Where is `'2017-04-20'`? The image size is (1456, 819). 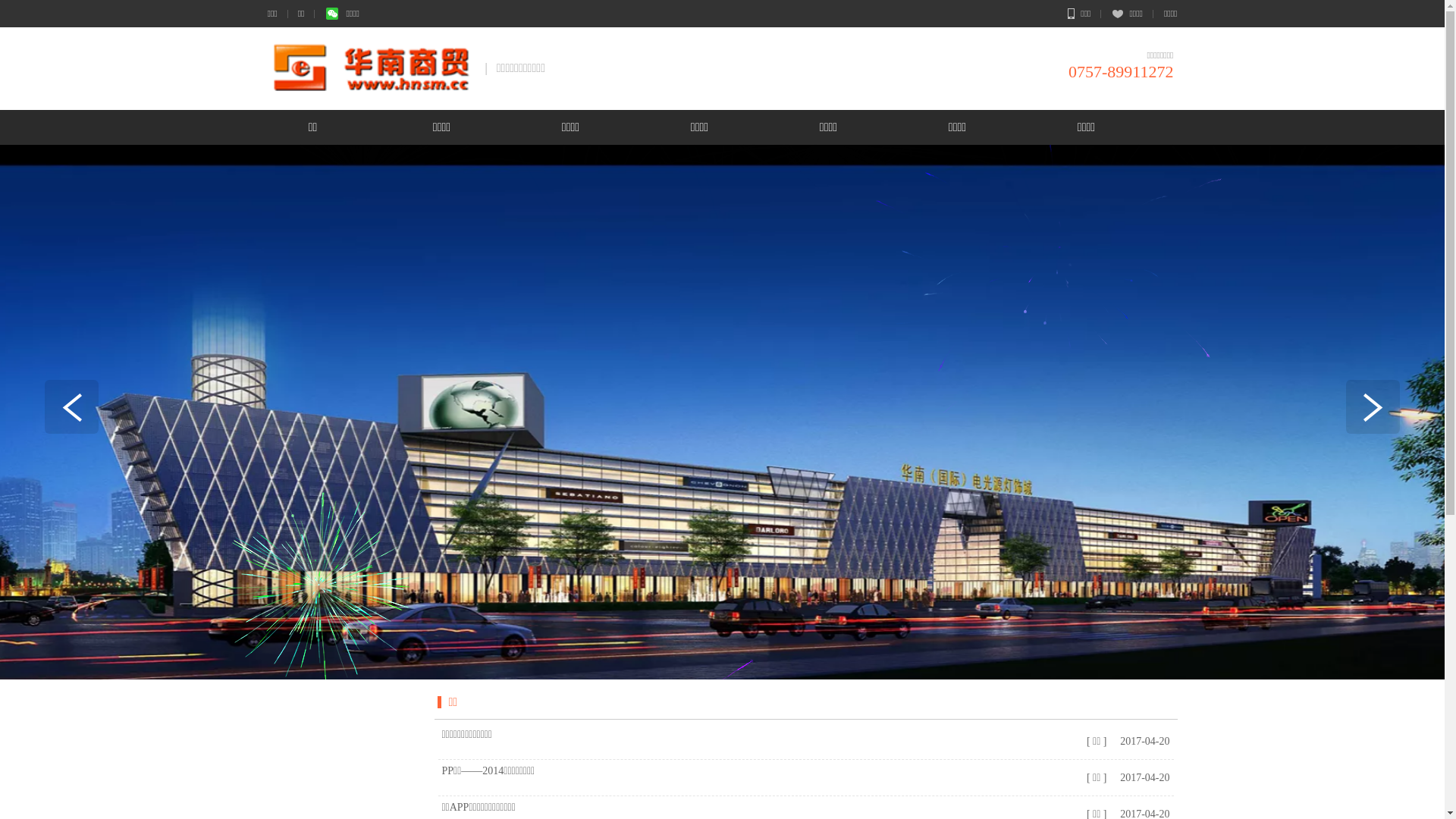 '2017-04-20' is located at coordinates (1143, 777).